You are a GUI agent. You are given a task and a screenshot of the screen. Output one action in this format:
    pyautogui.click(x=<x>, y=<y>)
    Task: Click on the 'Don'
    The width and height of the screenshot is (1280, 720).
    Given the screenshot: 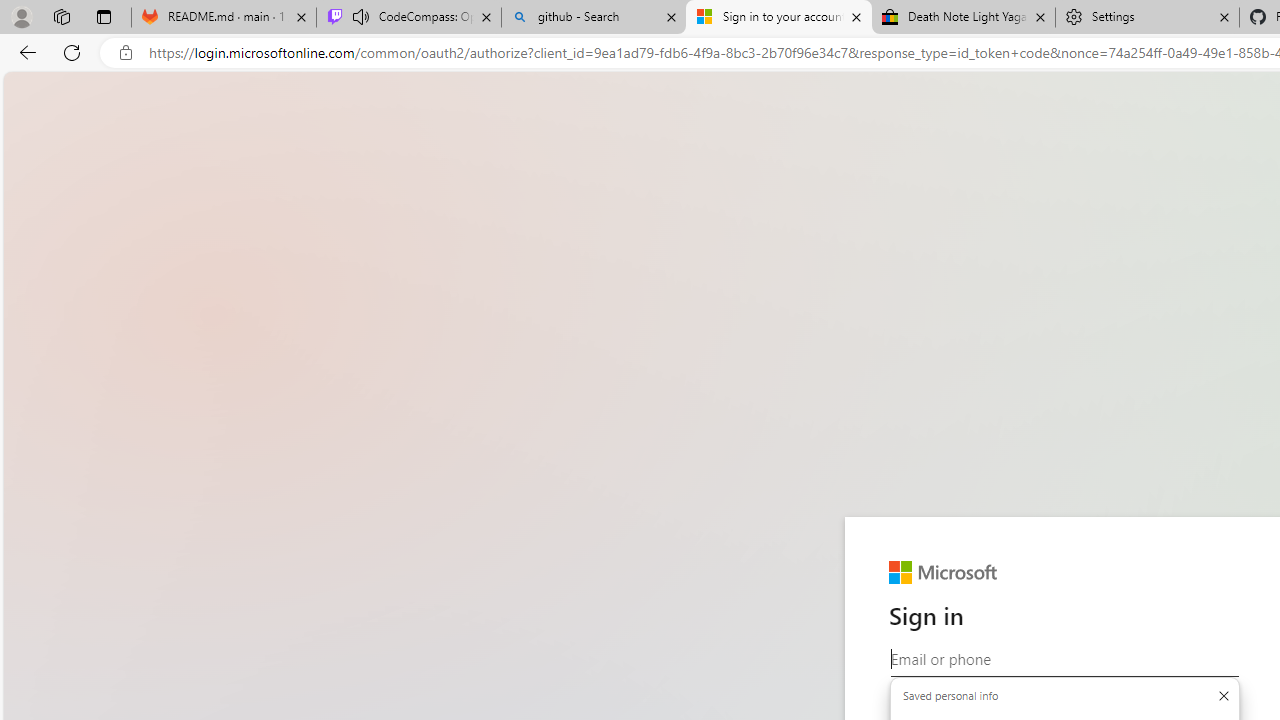 What is the action you would take?
    pyautogui.click(x=1222, y=694)
    